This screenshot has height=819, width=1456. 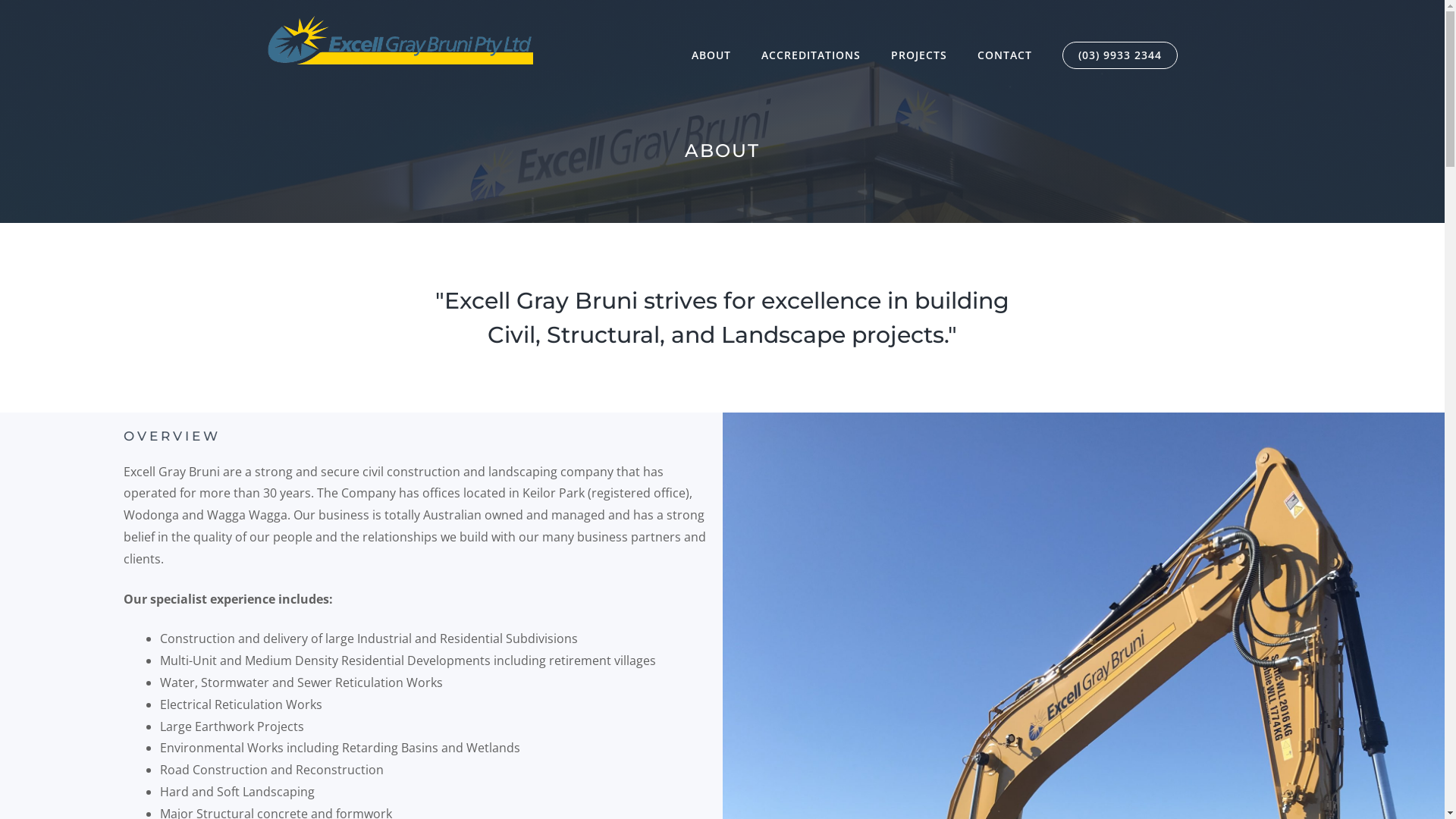 What do you see at coordinates (1004, 54) in the screenshot?
I see `'CONTACT'` at bounding box center [1004, 54].